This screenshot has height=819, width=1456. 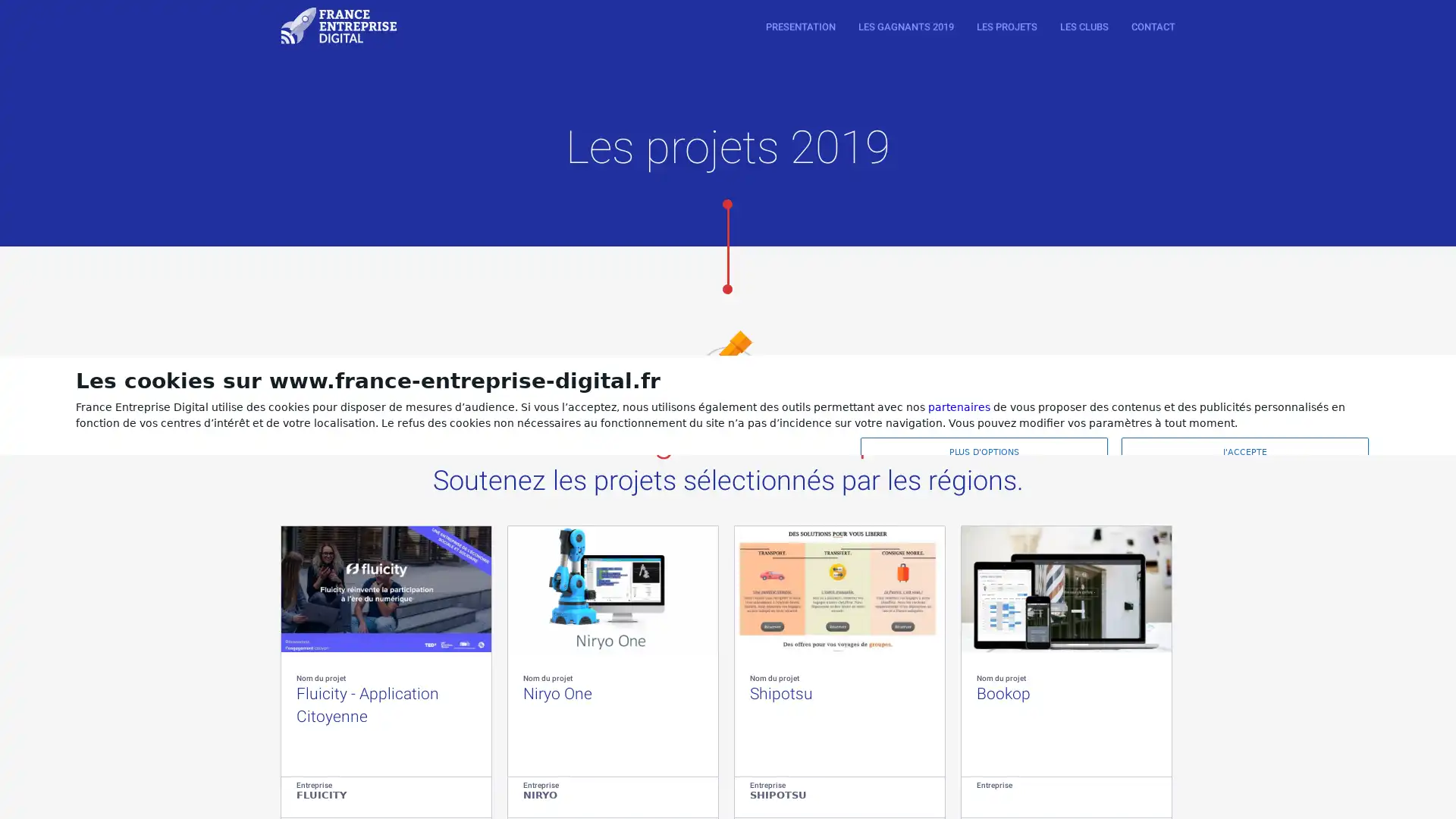 I want to click on PLUS D'OPTIONS, so click(x=983, y=450).